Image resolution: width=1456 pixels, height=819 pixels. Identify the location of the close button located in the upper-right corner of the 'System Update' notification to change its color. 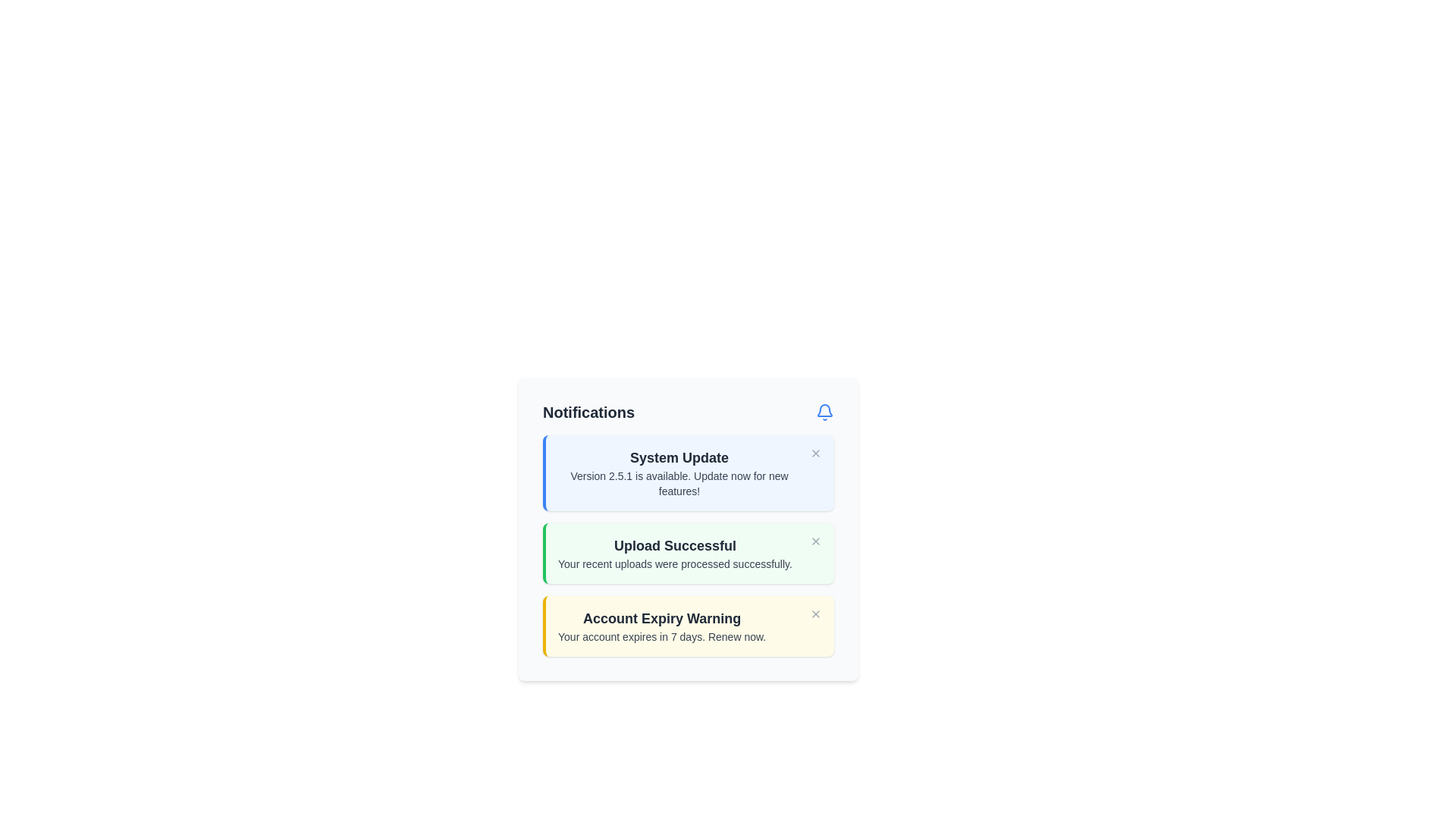
(814, 452).